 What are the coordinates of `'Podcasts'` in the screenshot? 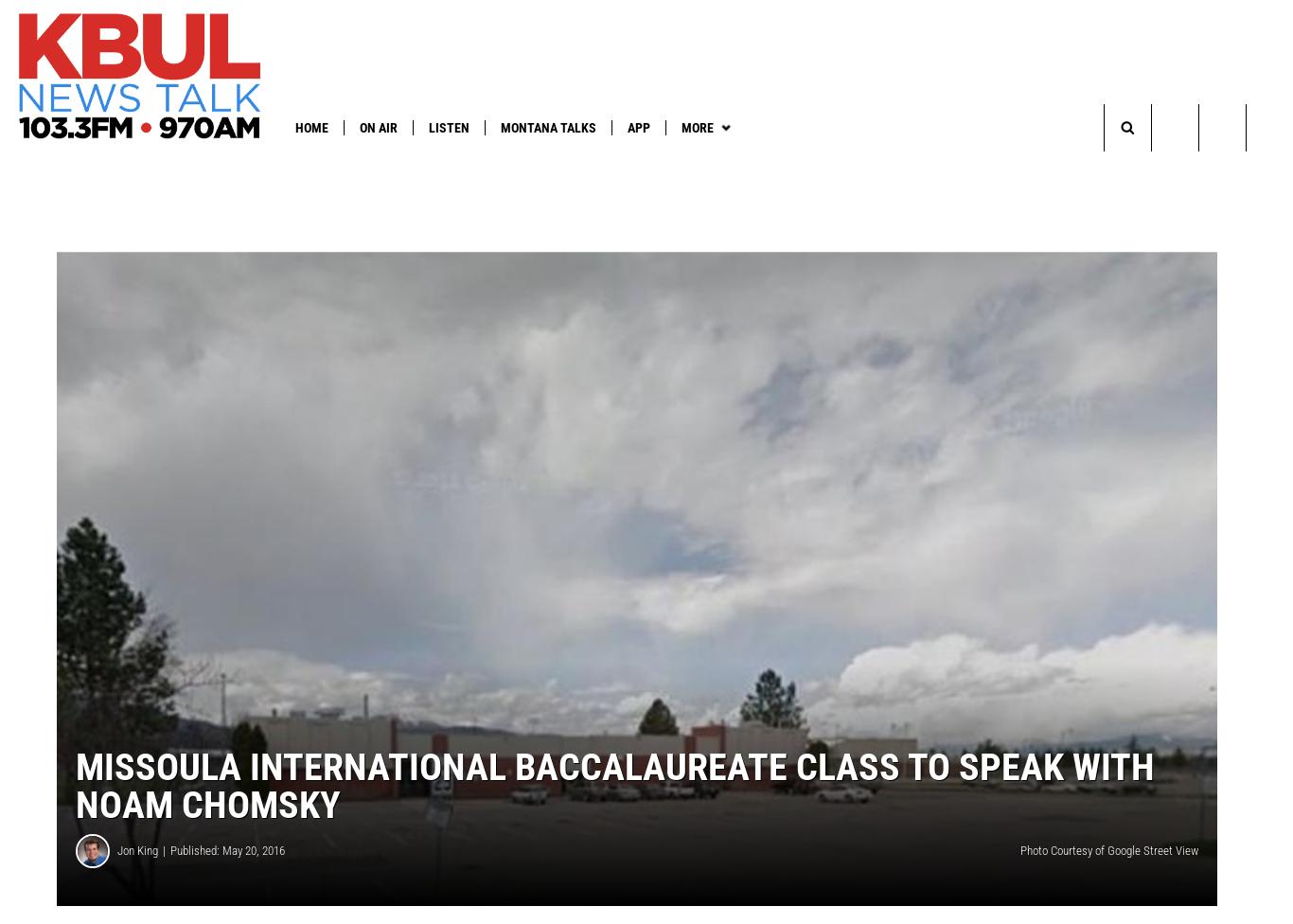 It's located at (606, 165).